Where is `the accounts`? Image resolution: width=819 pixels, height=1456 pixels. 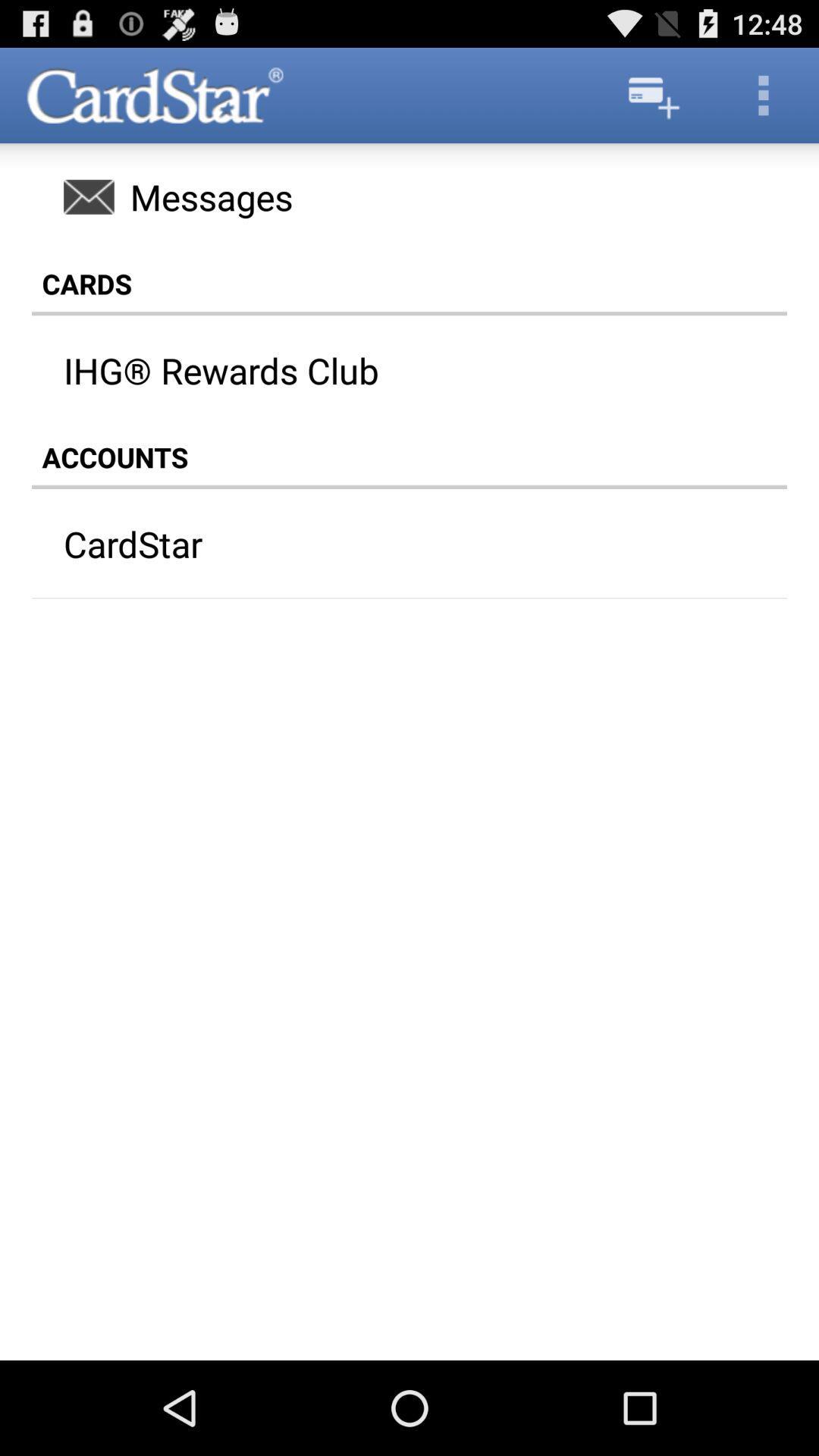
the accounts is located at coordinates (409, 457).